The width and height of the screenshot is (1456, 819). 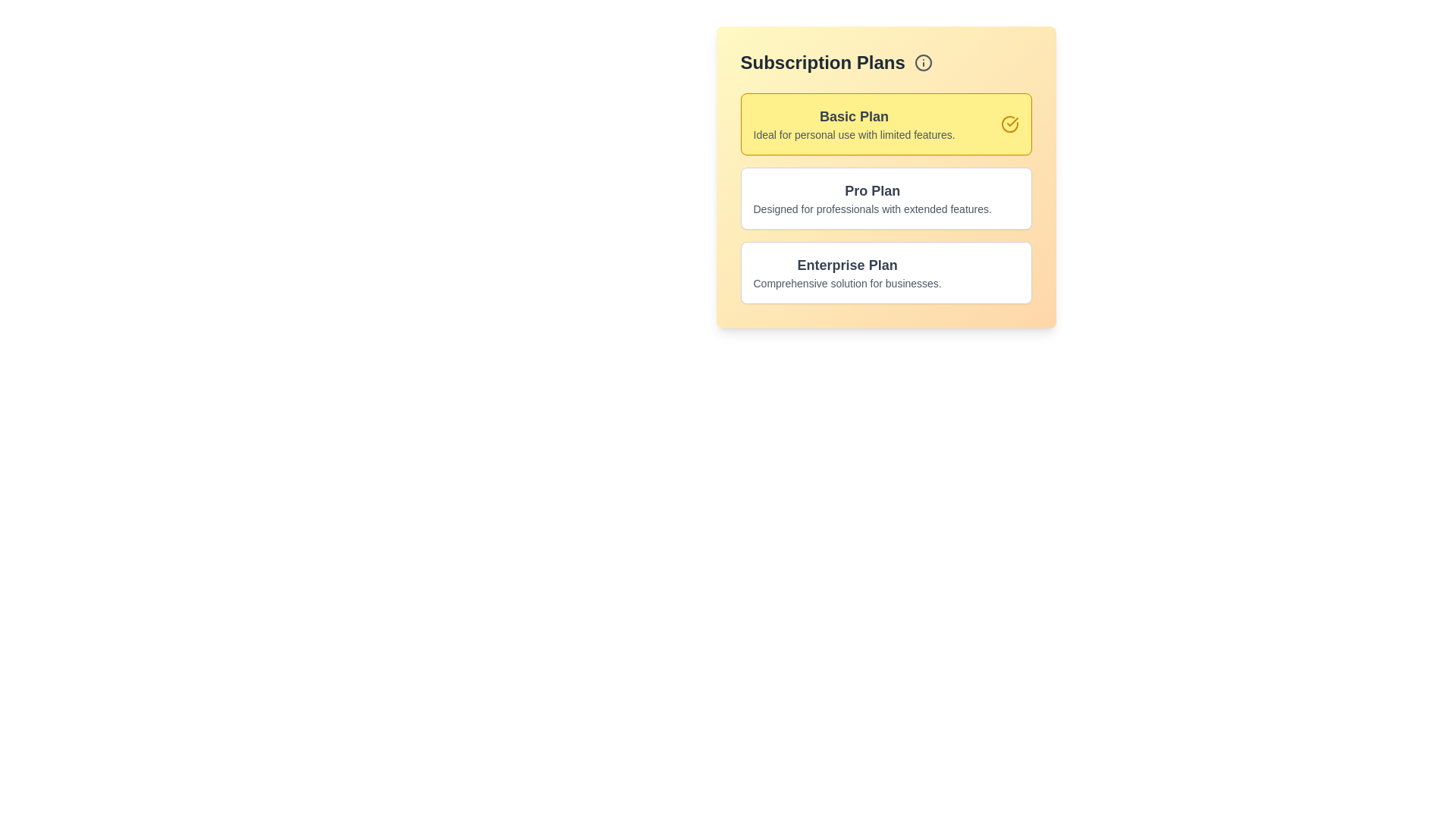 I want to click on the 'Subscription Plans' header text element to interact with nearby elements for selecting subscription options, so click(x=822, y=62).